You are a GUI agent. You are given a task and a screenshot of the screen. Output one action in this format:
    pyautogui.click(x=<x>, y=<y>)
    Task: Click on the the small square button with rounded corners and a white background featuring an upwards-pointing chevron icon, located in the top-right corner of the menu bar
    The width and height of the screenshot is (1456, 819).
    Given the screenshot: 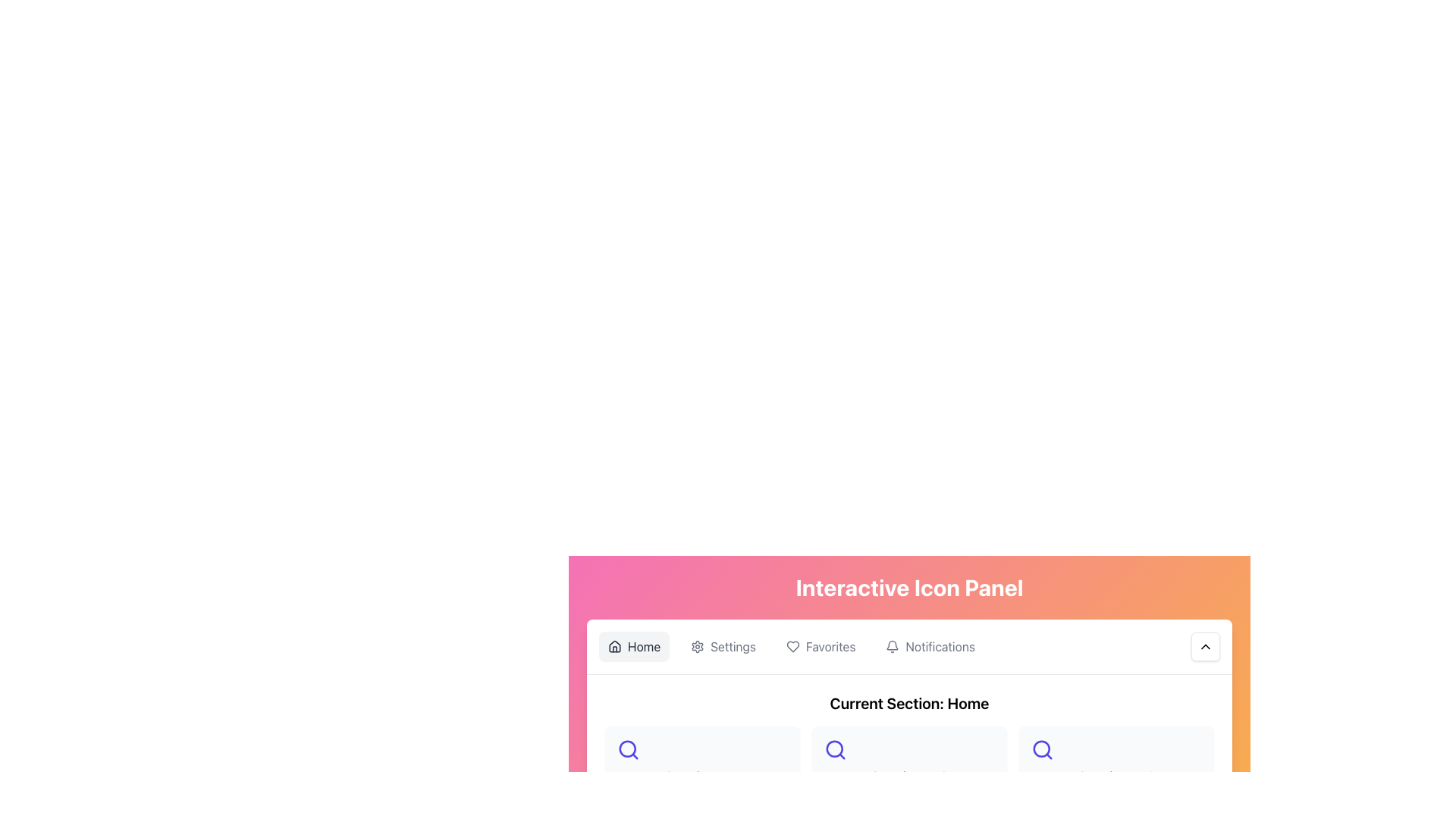 What is the action you would take?
    pyautogui.click(x=1204, y=646)
    